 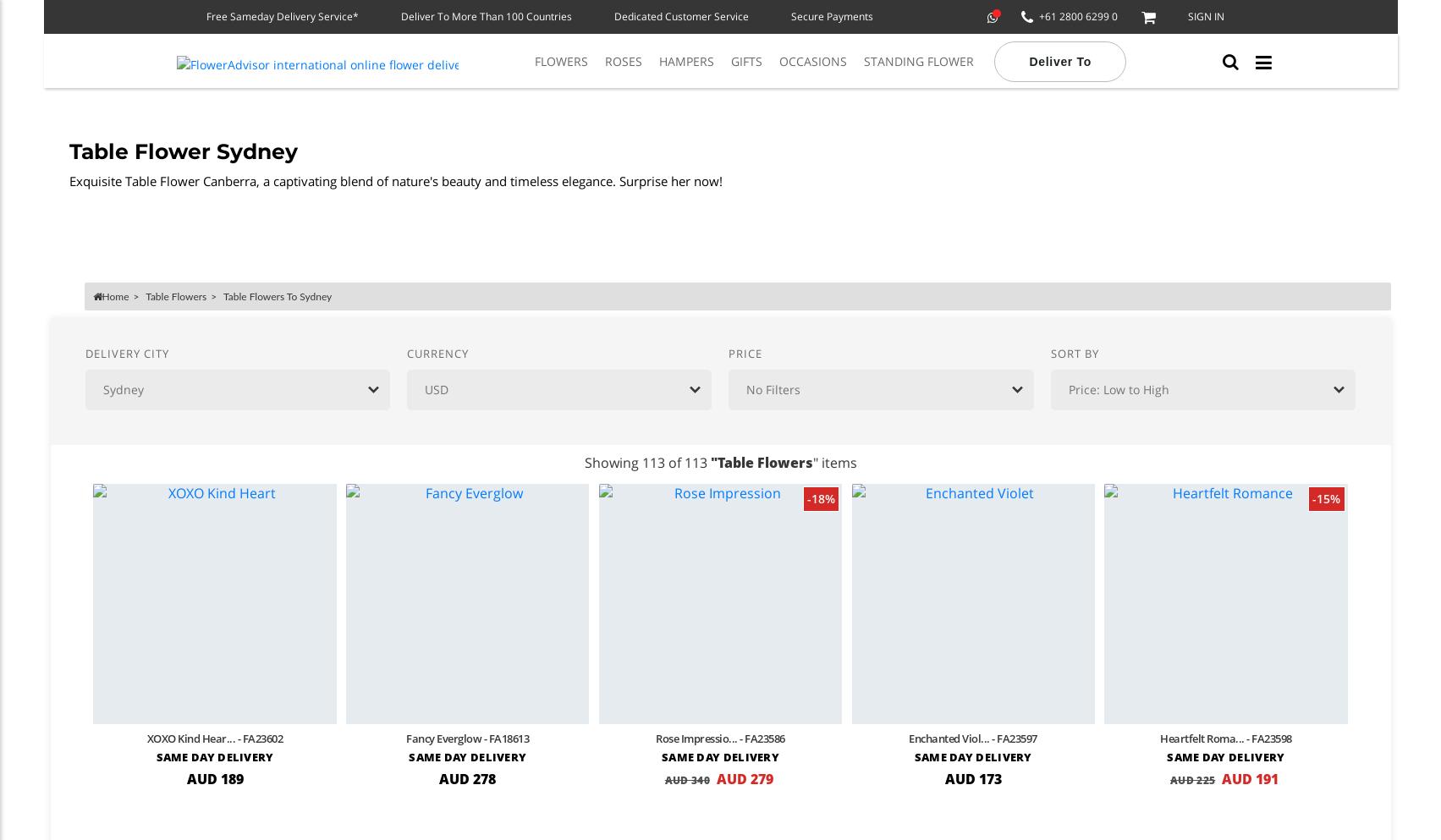 What do you see at coordinates (1066, 387) in the screenshot?
I see `'Price: Low to High'` at bounding box center [1066, 387].